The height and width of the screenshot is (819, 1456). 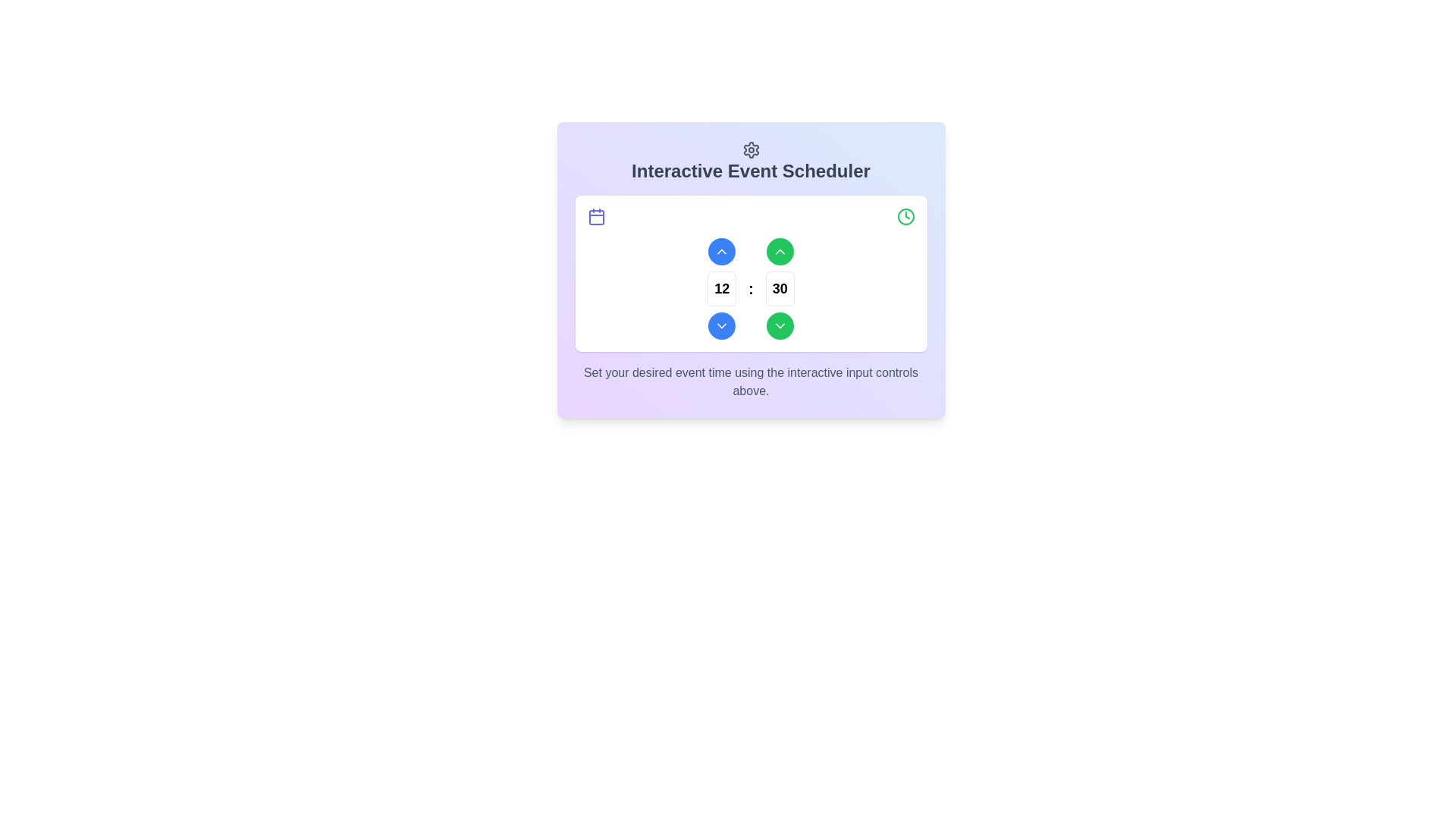 I want to click on the circular button with a blue background and a white upward chevron arrow at its center for accessibility navigation, so click(x=721, y=250).